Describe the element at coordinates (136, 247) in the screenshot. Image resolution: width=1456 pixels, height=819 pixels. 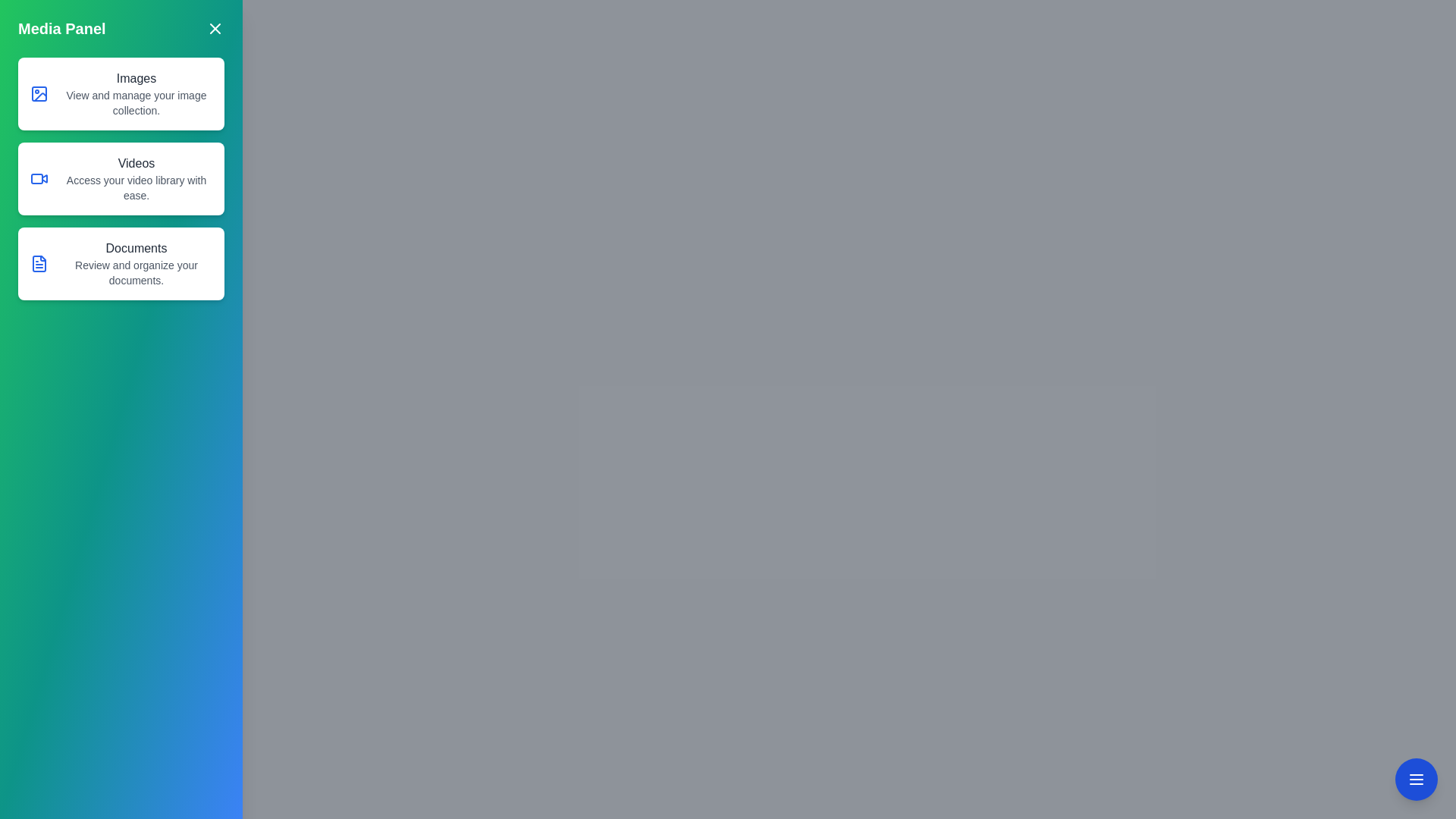
I see `the Static text label displaying 'Documents' located at the top of the third group in the main menu panel, above the description 'Review and organize your documents'` at that location.